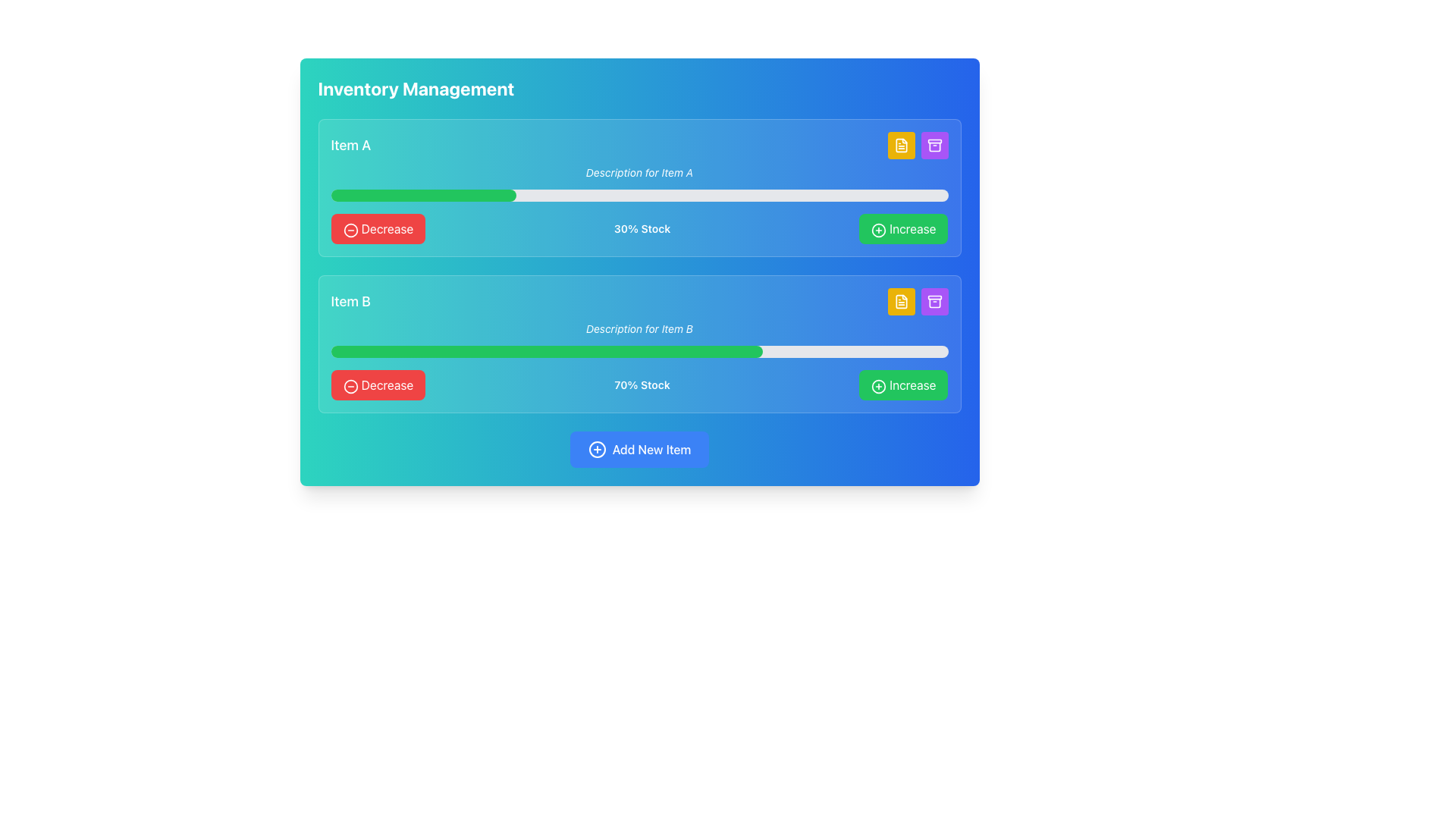 This screenshot has width=1456, height=819. I want to click on the text label displaying the current stock percentage for 'Item B', located between the progress bar and the 'Increase' button, so click(642, 384).